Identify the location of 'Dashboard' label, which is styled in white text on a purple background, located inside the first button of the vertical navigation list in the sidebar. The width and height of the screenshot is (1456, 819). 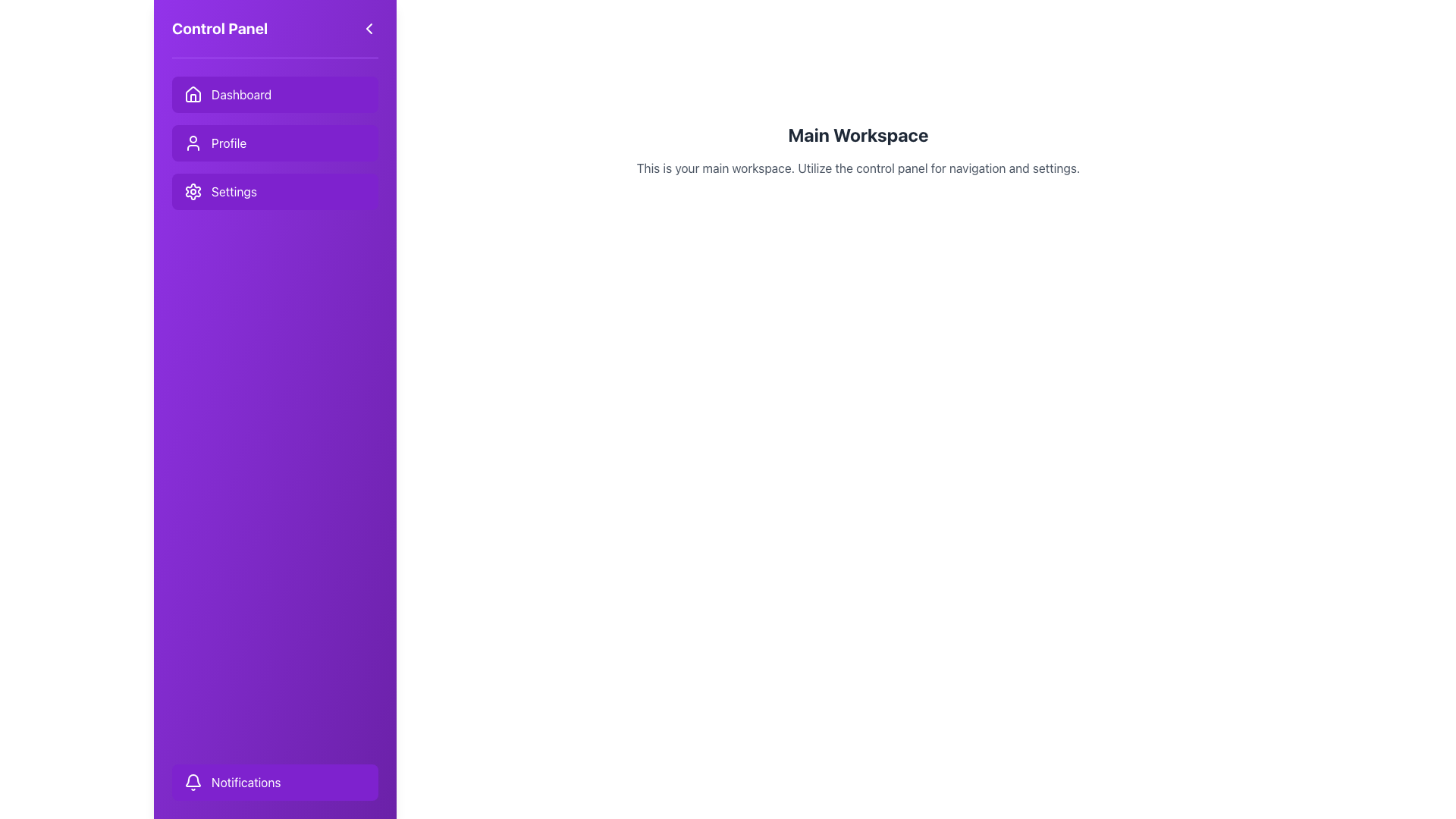
(240, 94).